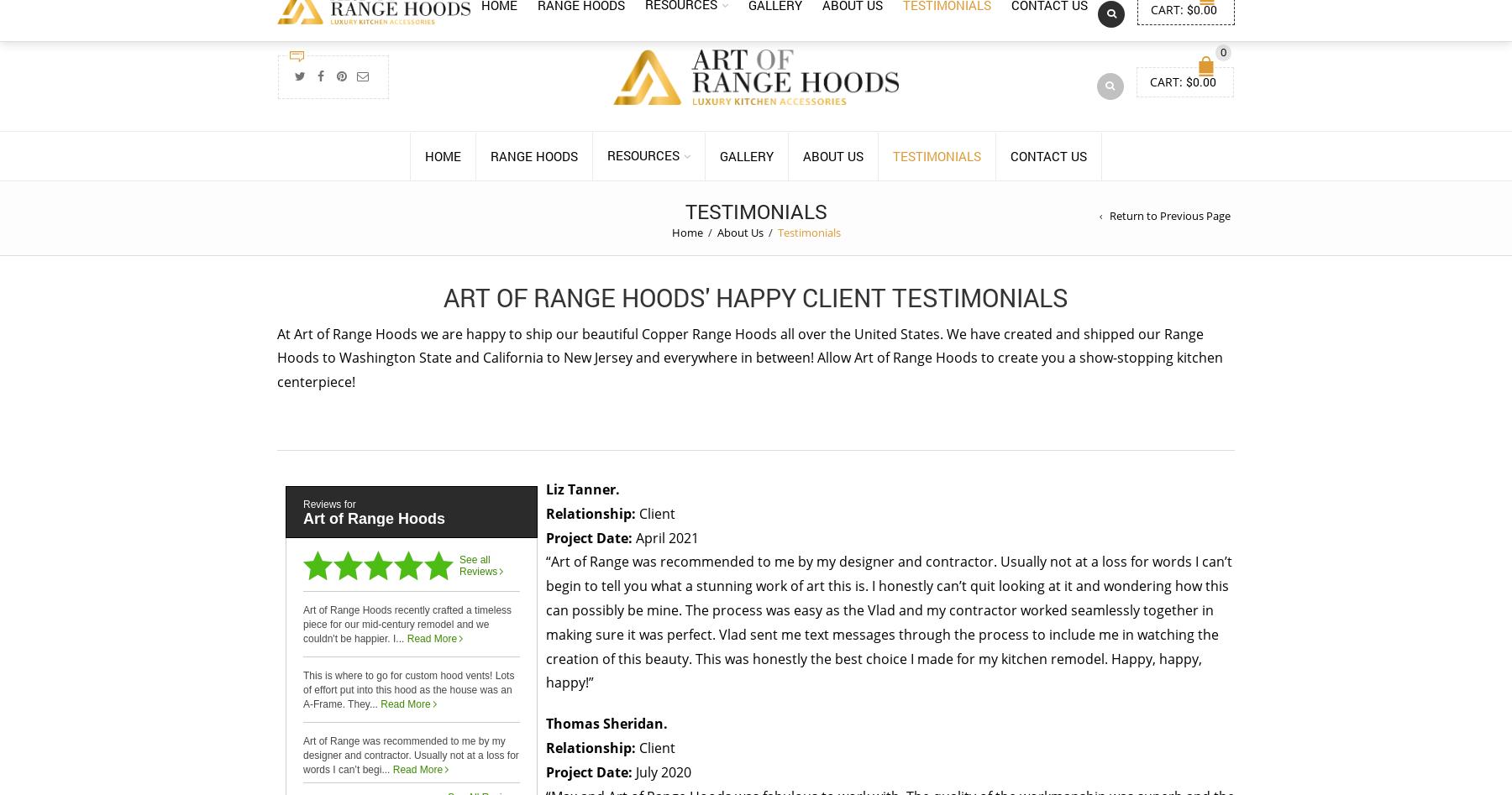 This screenshot has height=795, width=1512. Describe the element at coordinates (1048, 154) in the screenshot. I see `'Contact Us'` at that location.